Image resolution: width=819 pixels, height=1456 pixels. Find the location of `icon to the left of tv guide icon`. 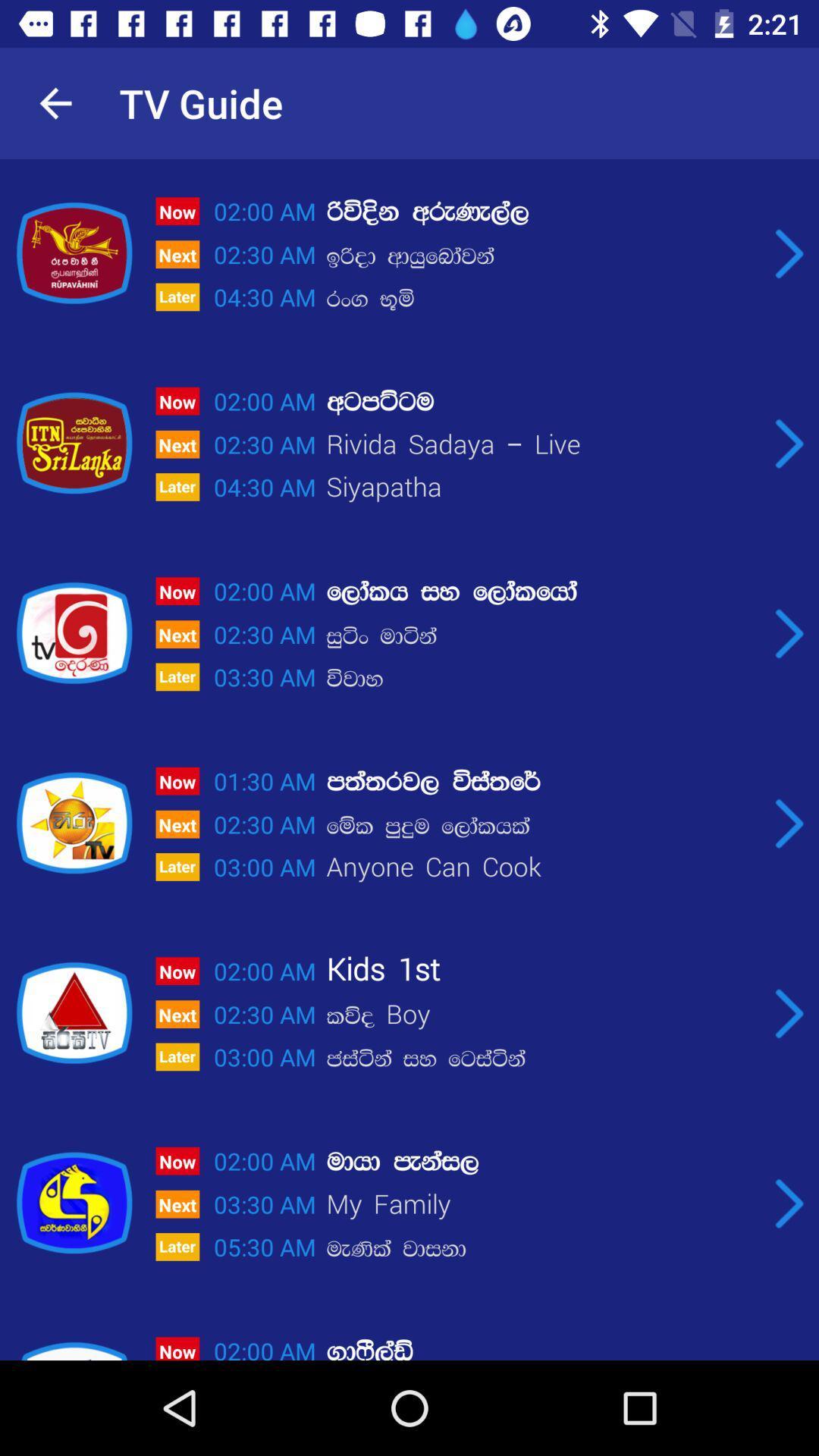

icon to the left of tv guide icon is located at coordinates (55, 102).